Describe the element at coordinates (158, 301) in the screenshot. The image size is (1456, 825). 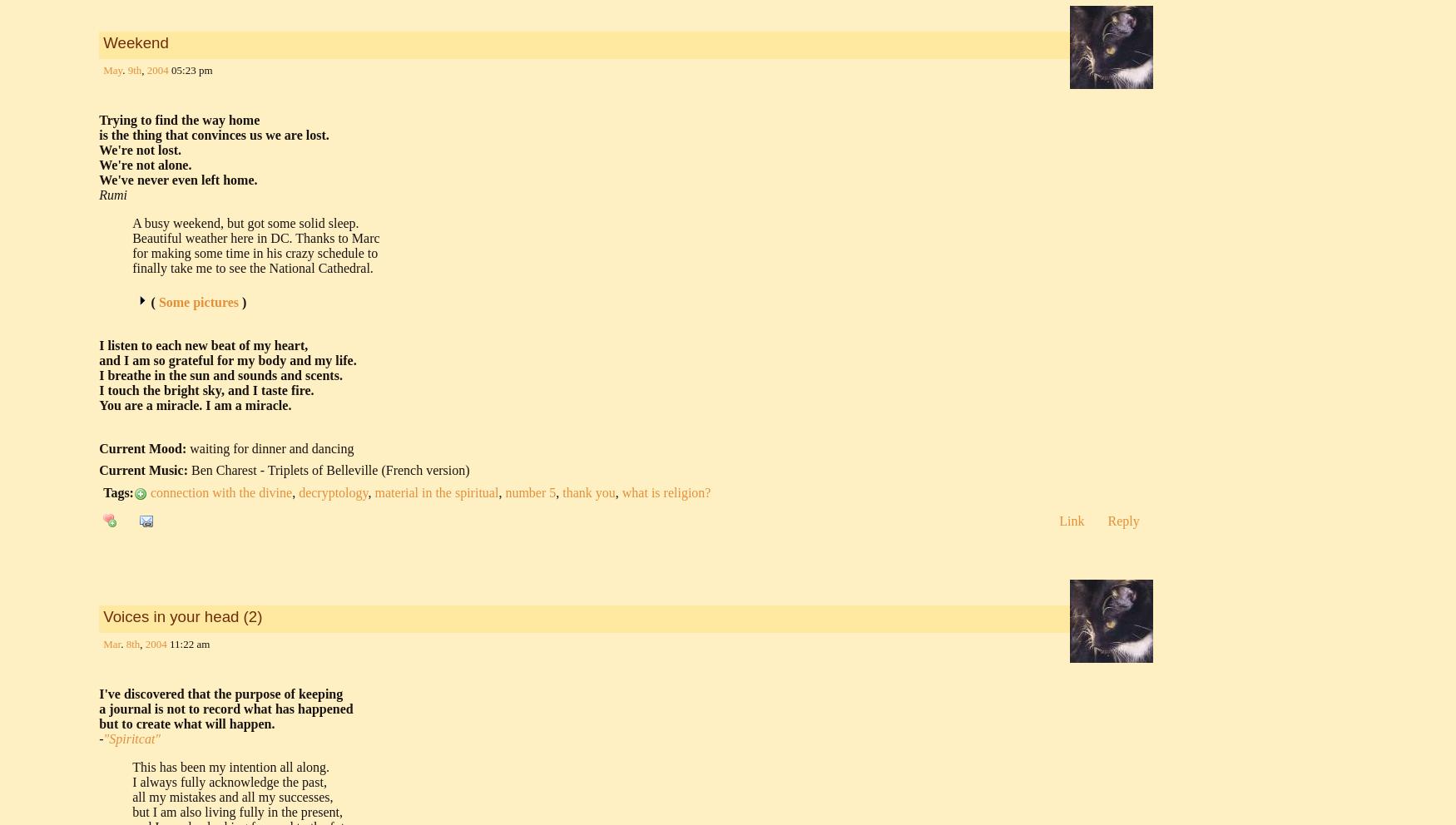
I see `'Some pictures'` at that location.